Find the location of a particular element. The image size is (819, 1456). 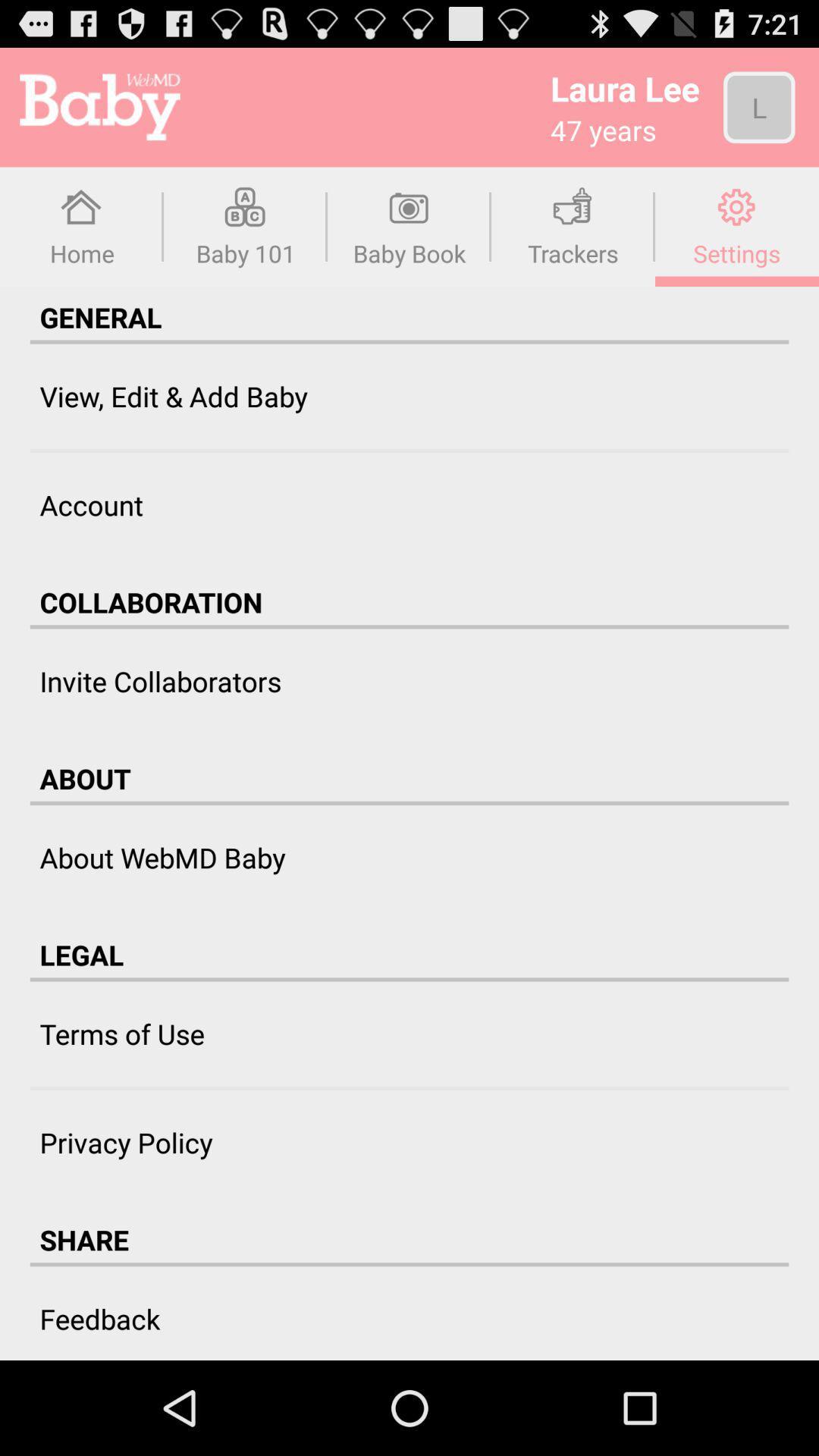

feedback is located at coordinates (99, 1318).